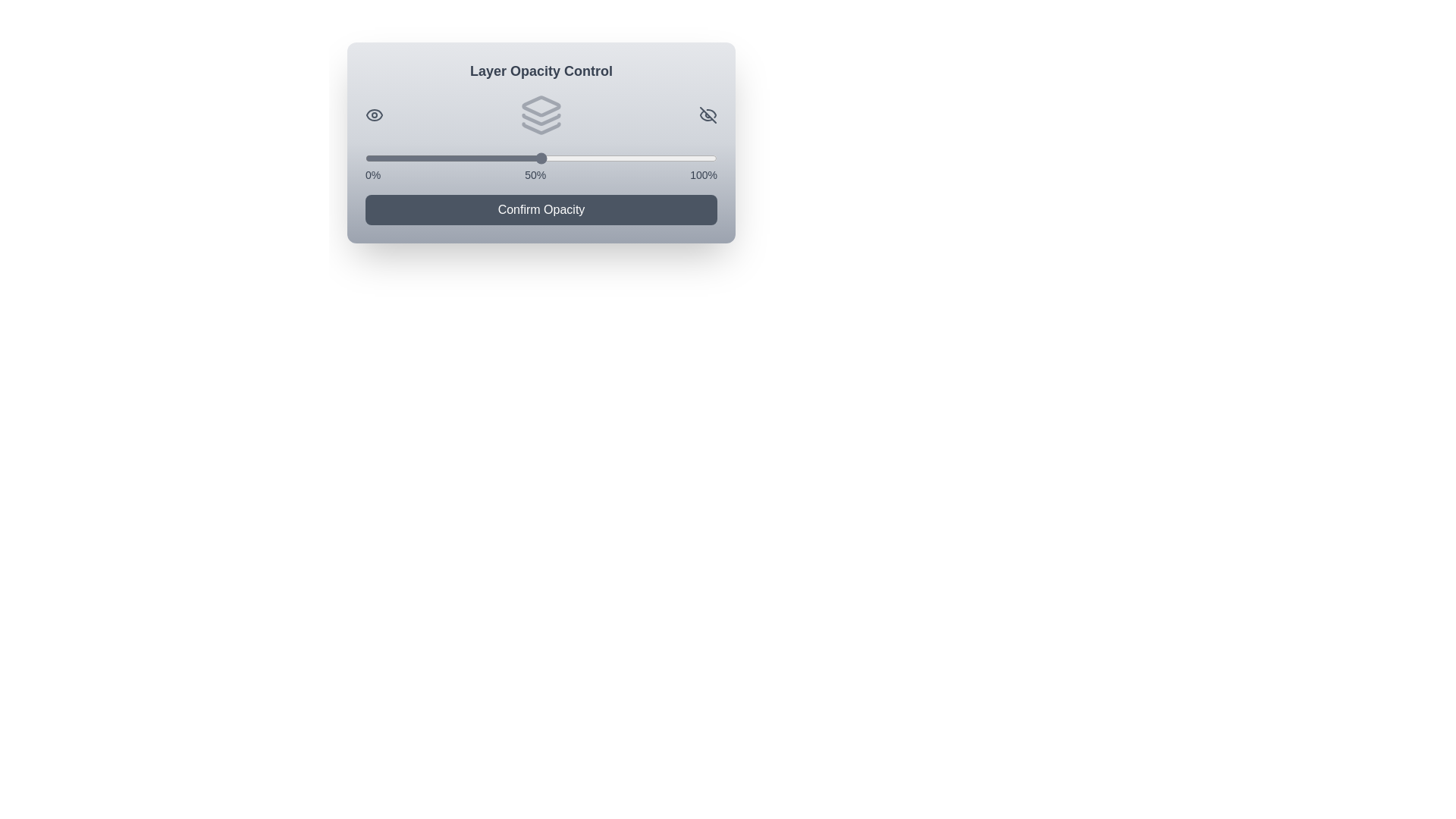 The image size is (1456, 819). Describe the element at coordinates (541, 114) in the screenshot. I see `the Layers icon to interact with it` at that location.